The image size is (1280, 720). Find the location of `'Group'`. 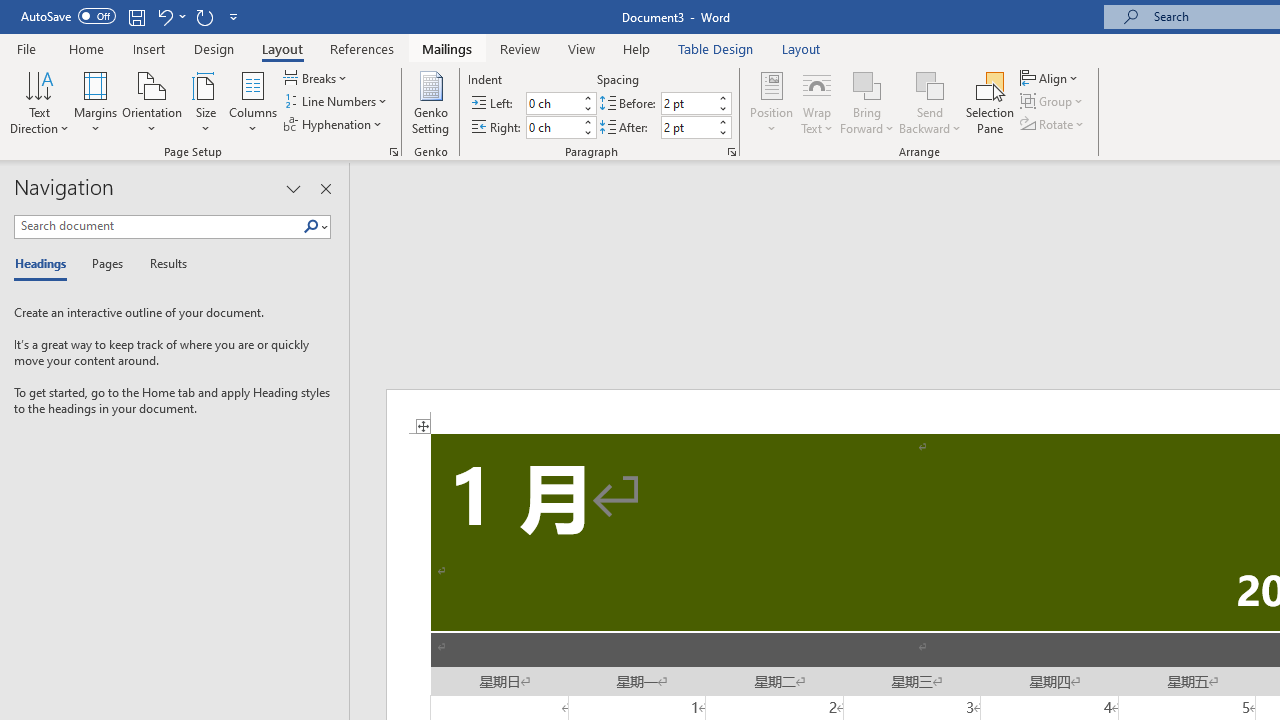

'Group' is located at coordinates (1053, 101).